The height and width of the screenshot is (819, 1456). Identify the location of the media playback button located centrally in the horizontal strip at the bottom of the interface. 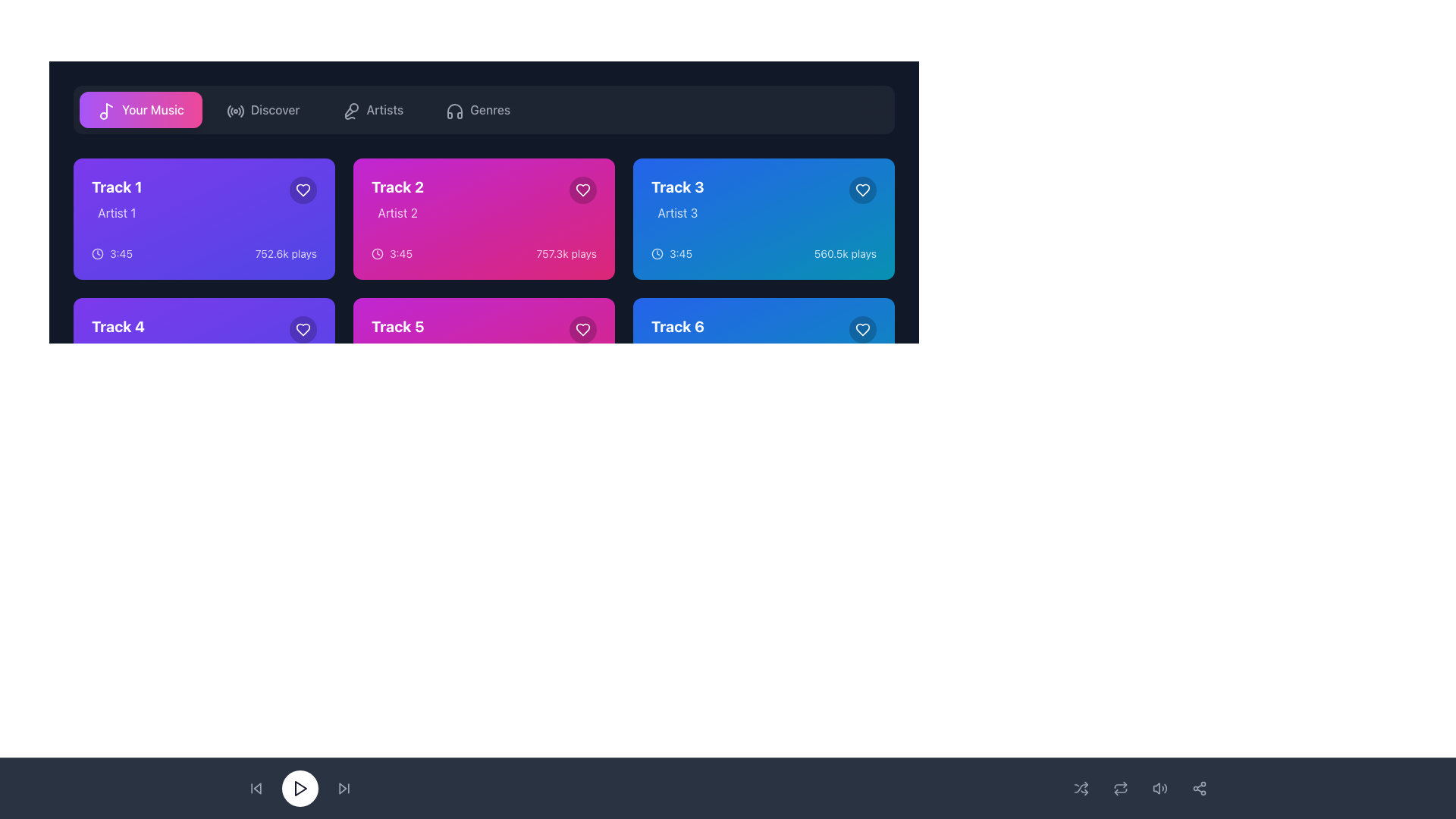
(300, 788).